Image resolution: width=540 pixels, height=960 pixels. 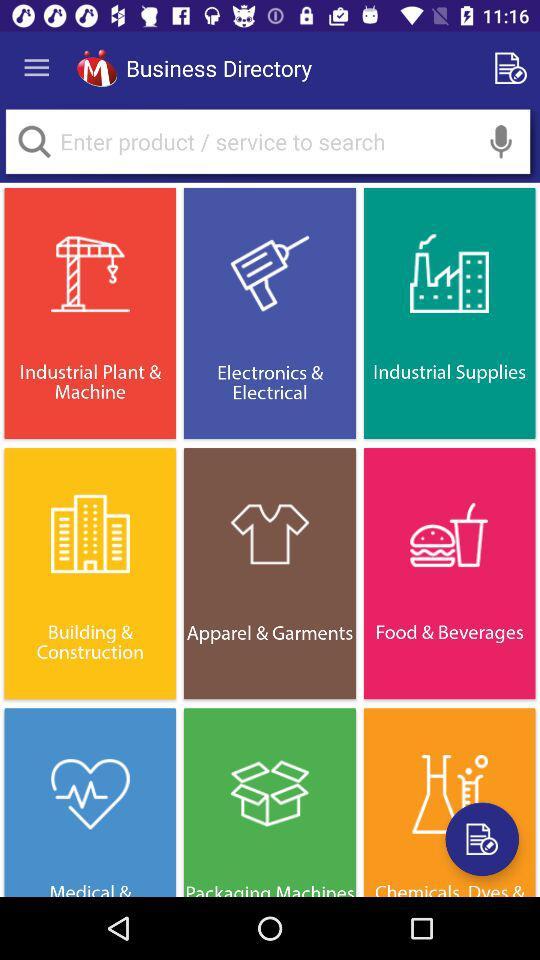 I want to click on register a new product or service, so click(x=481, y=839).